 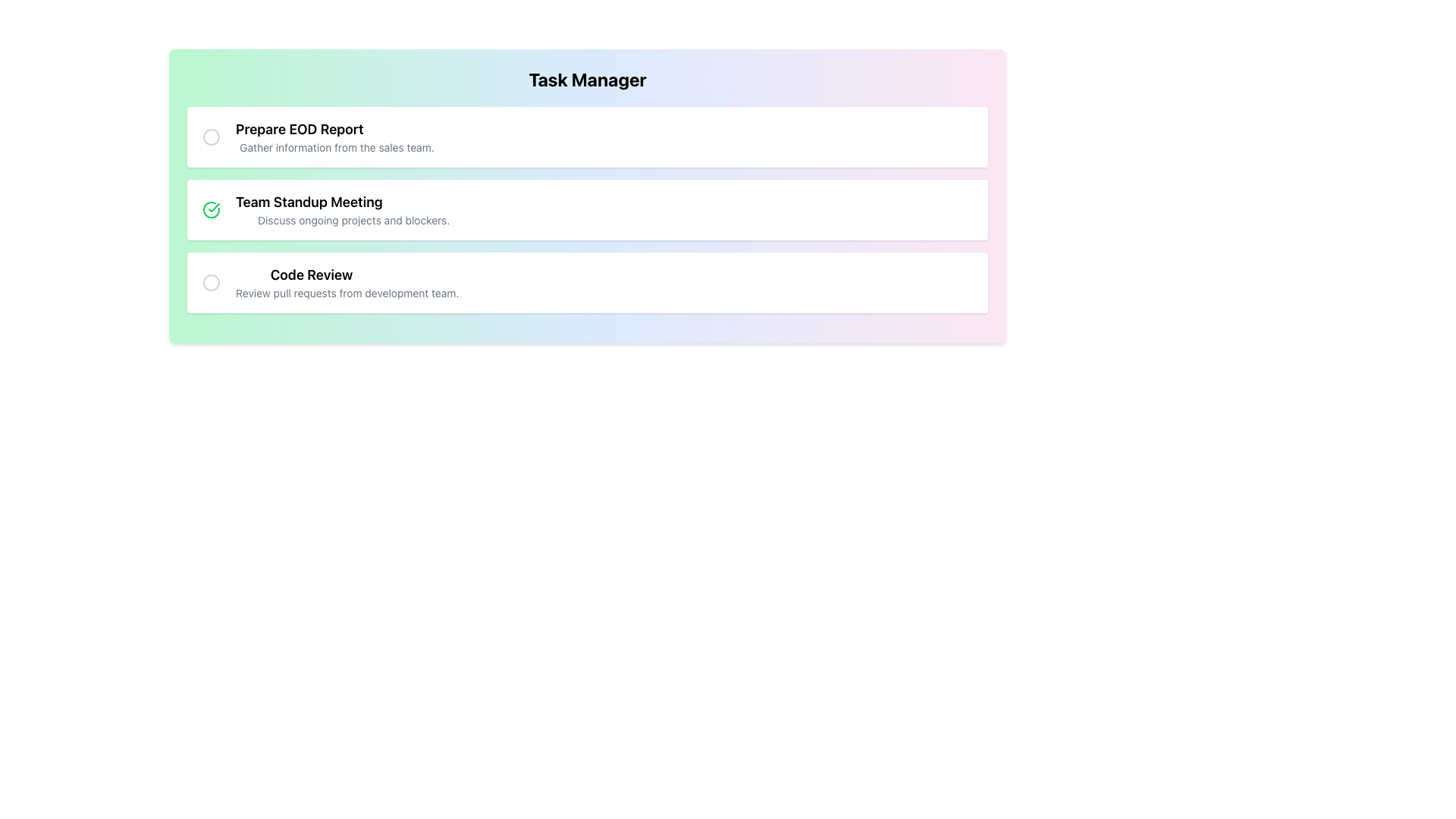 I want to click on to select or interact with the task titled 'Prepare EOD Report' which has a 'High Priority' red tag and is the first task in the task management interface, so click(x=318, y=137).